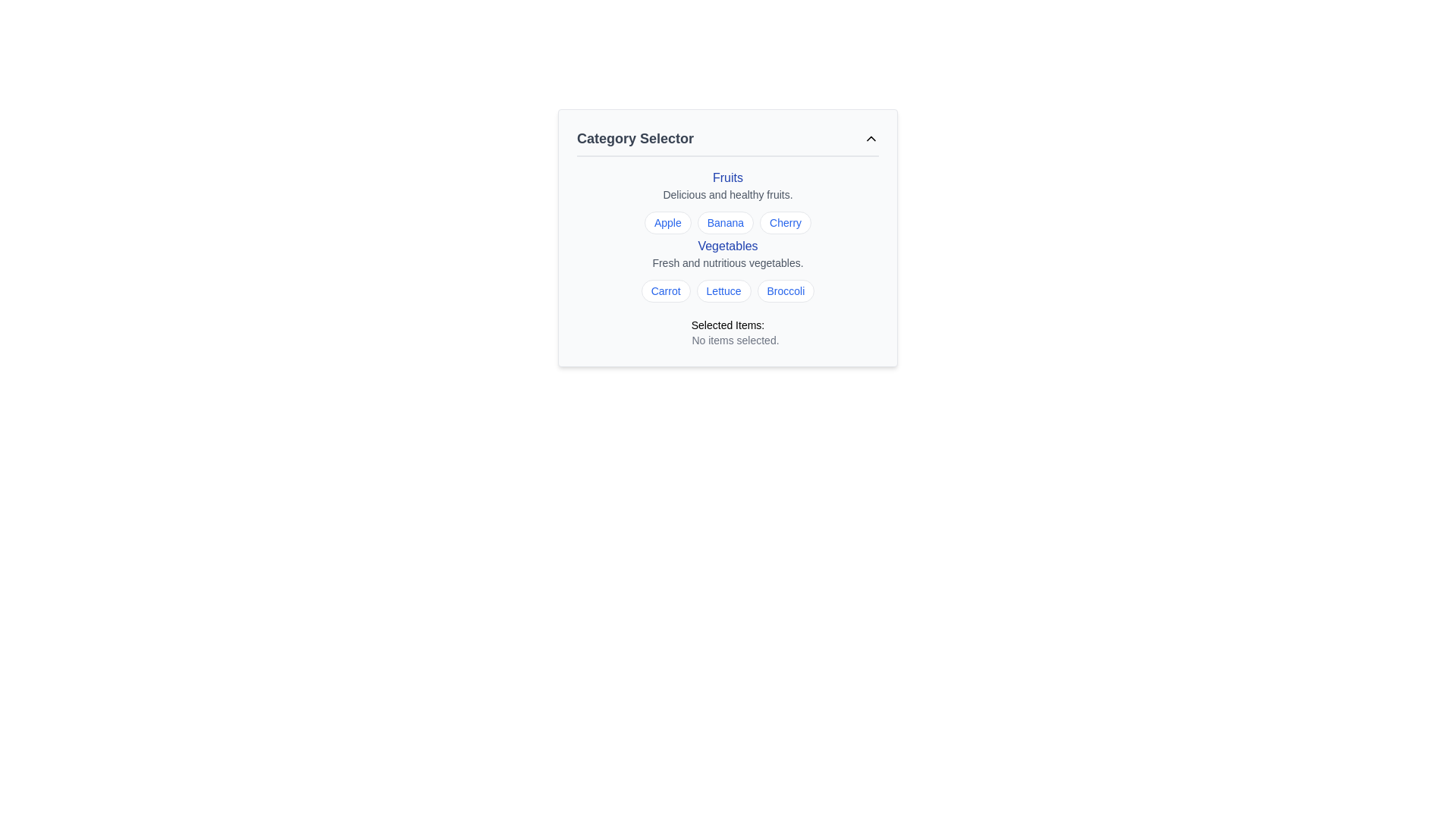  What do you see at coordinates (728, 194) in the screenshot?
I see `the static descriptive text that reads 'Delicious and healthy fruits.' which is styled in gray and positioned under the heading 'Fruits'` at bounding box center [728, 194].